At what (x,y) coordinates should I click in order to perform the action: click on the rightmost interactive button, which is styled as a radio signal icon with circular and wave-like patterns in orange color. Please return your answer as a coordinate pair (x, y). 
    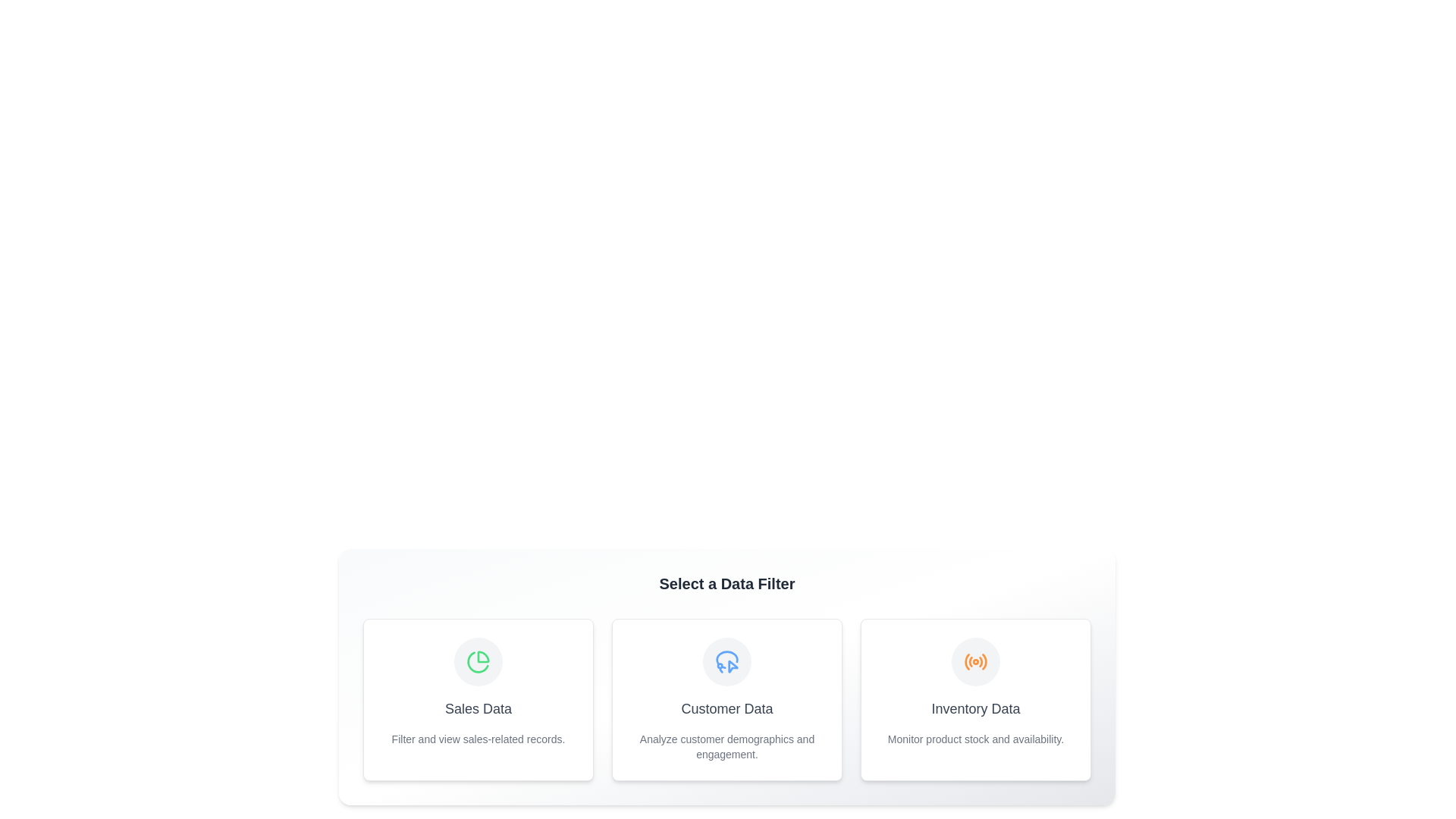
    Looking at the image, I should click on (975, 661).